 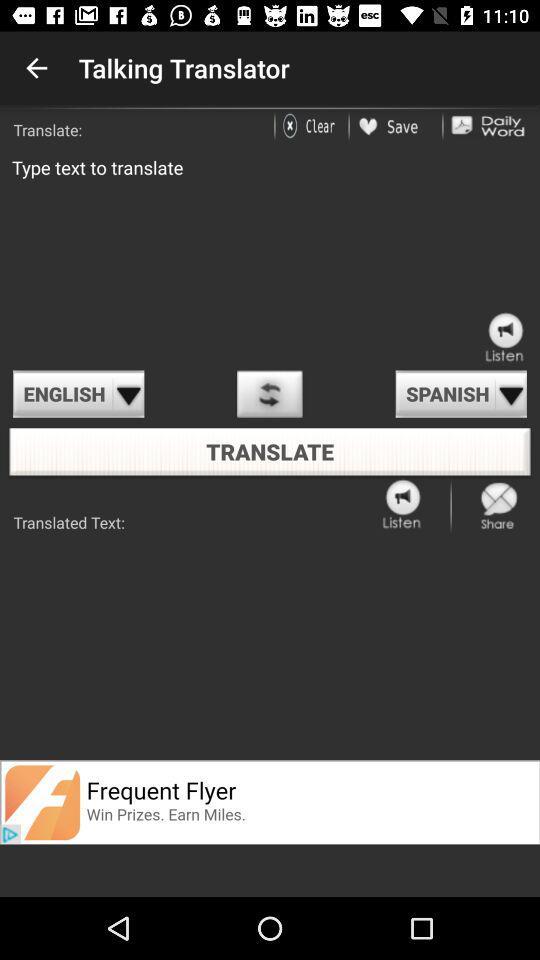 What do you see at coordinates (487, 125) in the screenshot?
I see `daily word` at bounding box center [487, 125].